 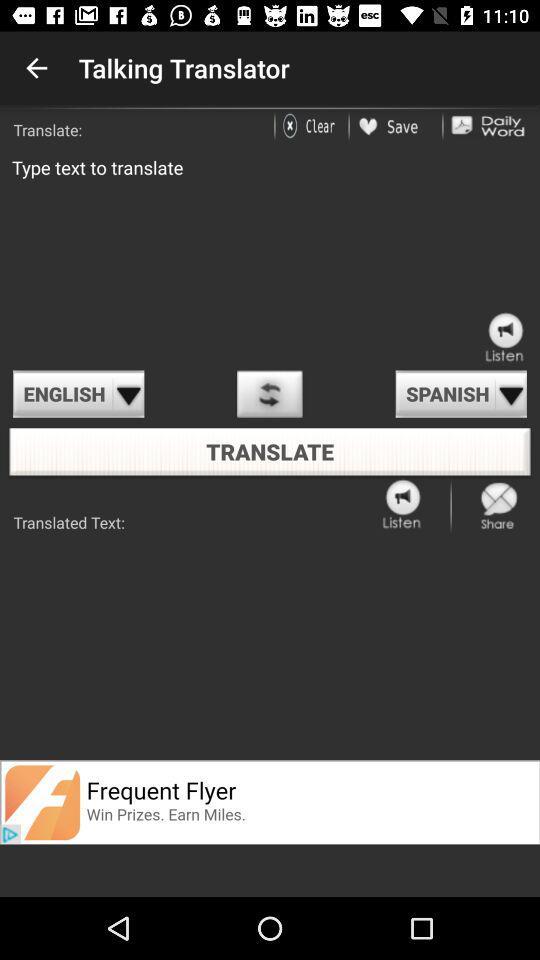 What do you see at coordinates (487, 125) in the screenshot?
I see `daily word` at bounding box center [487, 125].